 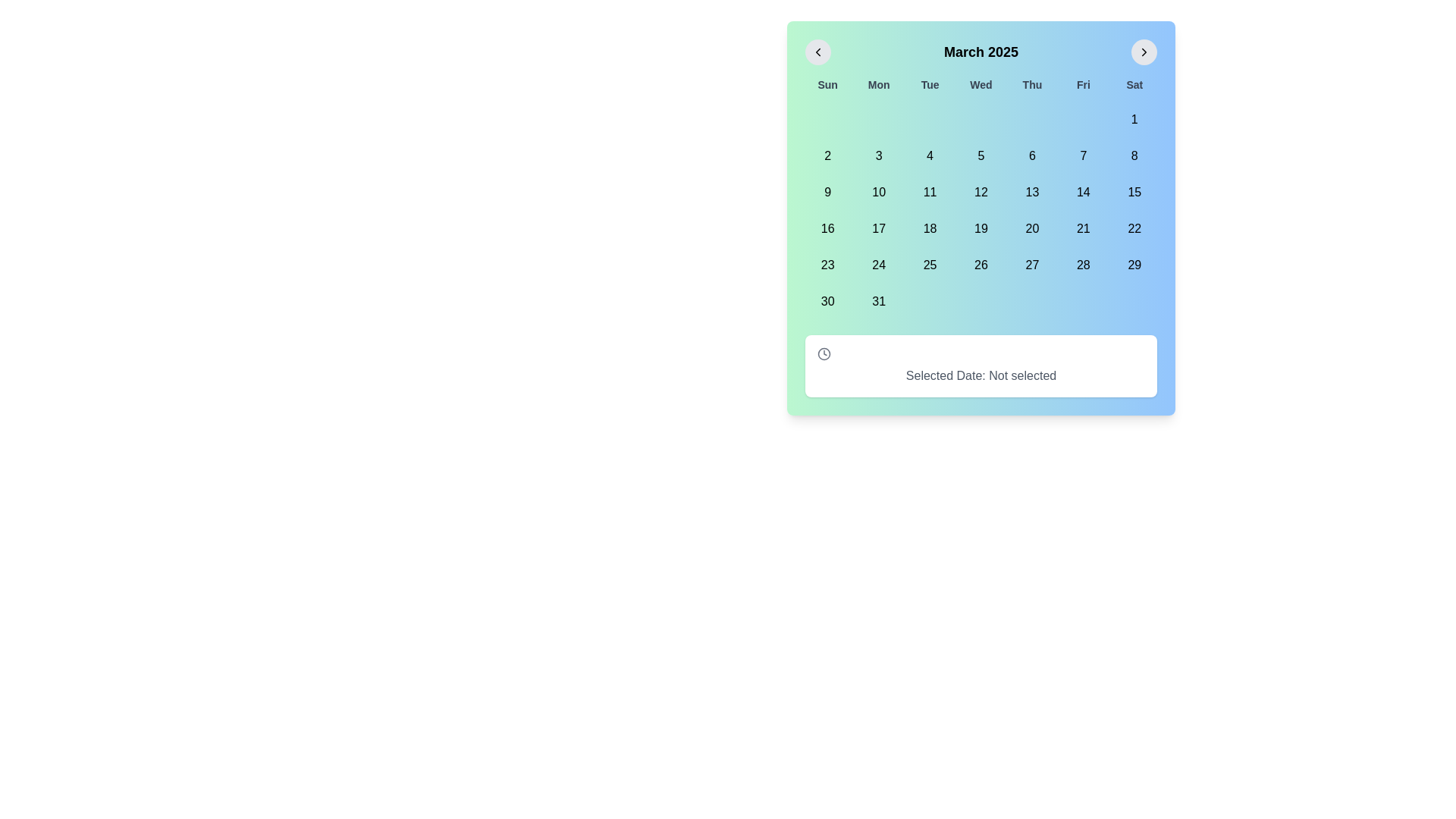 What do you see at coordinates (1082, 155) in the screenshot?
I see `the button representing the date '7th' in the displayed month of March 2025` at bounding box center [1082, 155].